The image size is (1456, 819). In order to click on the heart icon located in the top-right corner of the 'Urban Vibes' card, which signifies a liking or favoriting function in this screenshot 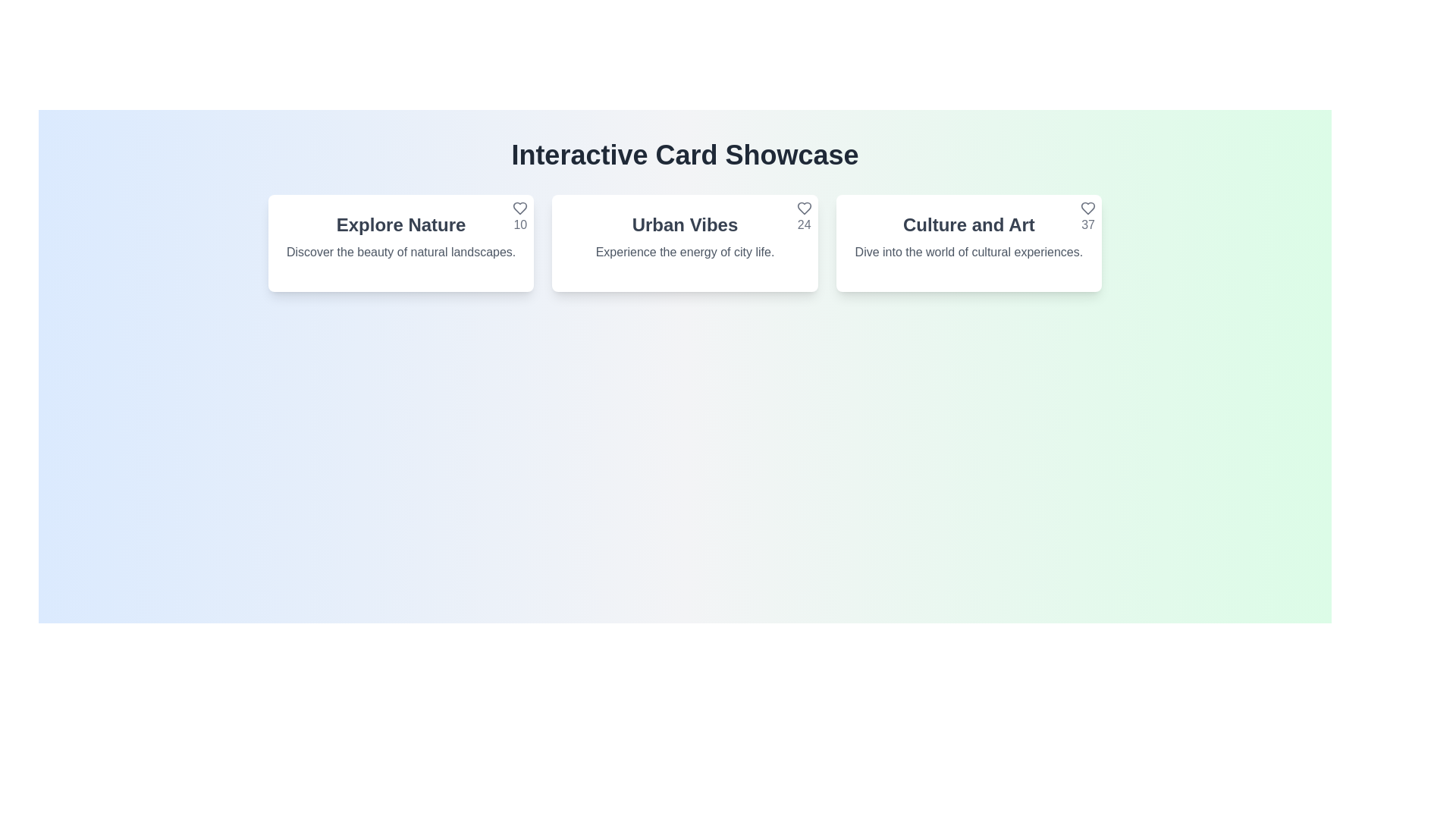, I will do `click(803, 208)`.